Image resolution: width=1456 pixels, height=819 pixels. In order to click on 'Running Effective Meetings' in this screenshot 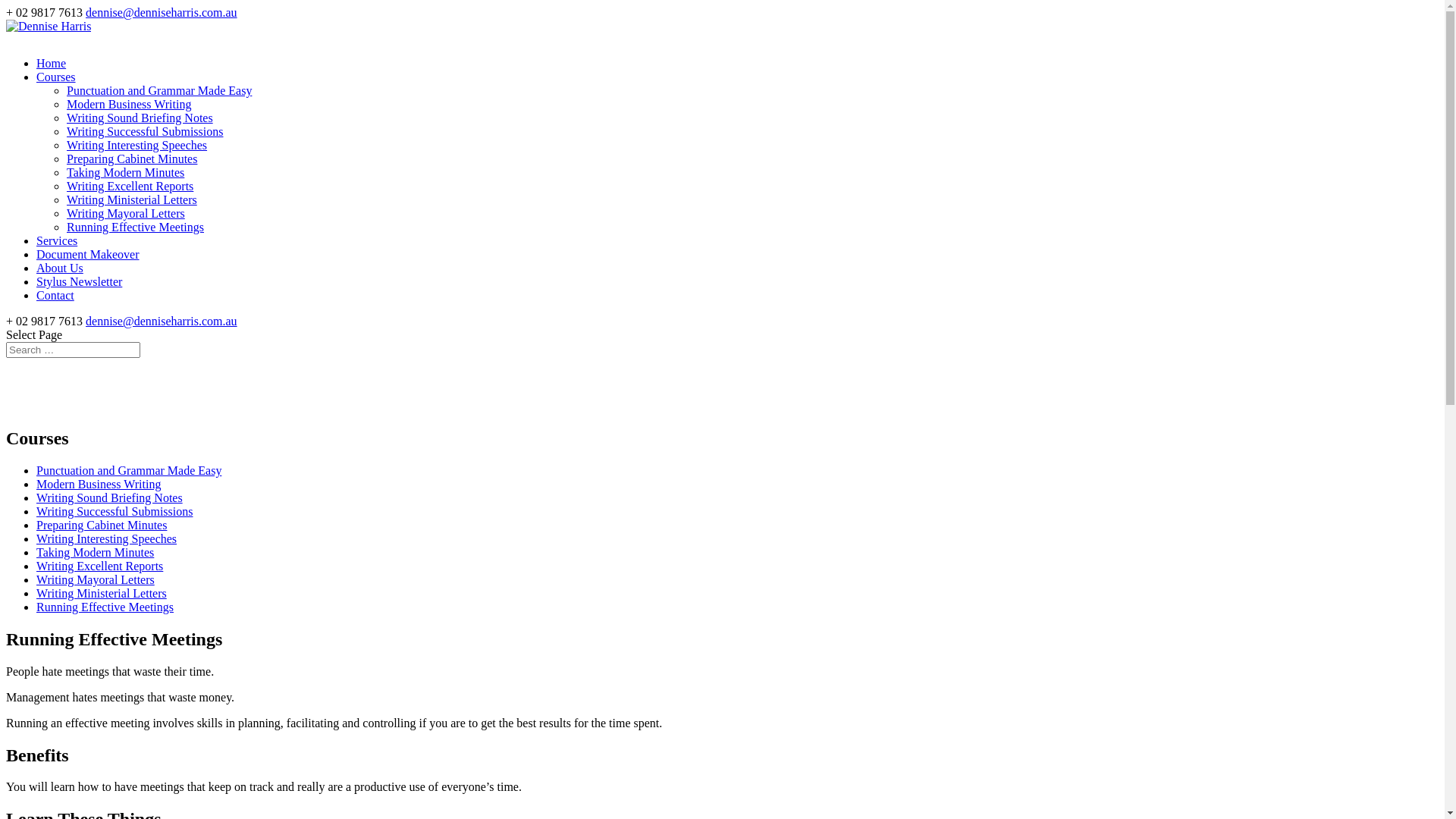, I will do `click(135, 227)`.